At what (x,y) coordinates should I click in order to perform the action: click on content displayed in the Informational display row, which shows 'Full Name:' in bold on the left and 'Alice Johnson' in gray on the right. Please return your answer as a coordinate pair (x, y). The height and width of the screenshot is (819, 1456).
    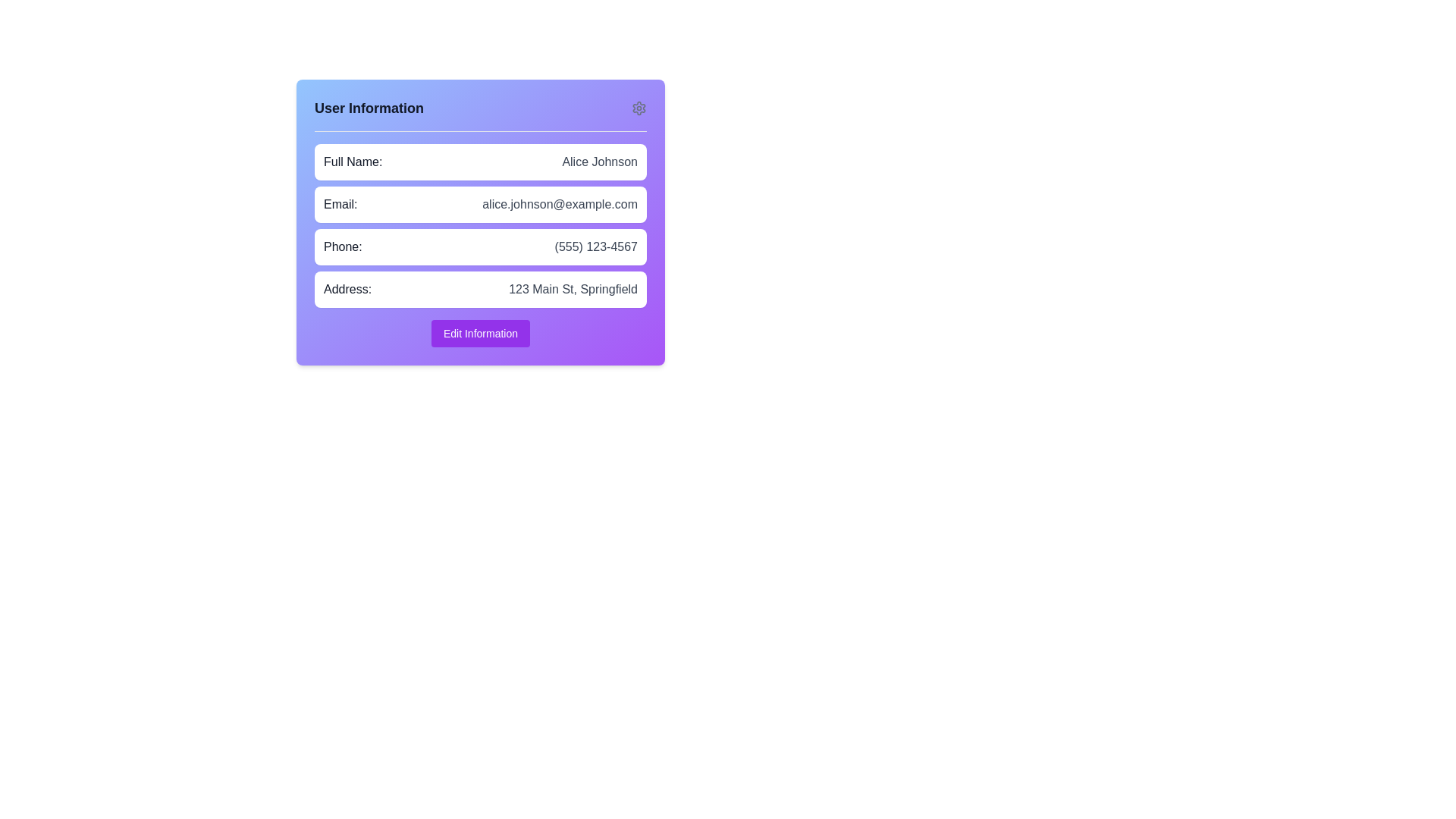
    Looking at the image, I should click on (479, 162).